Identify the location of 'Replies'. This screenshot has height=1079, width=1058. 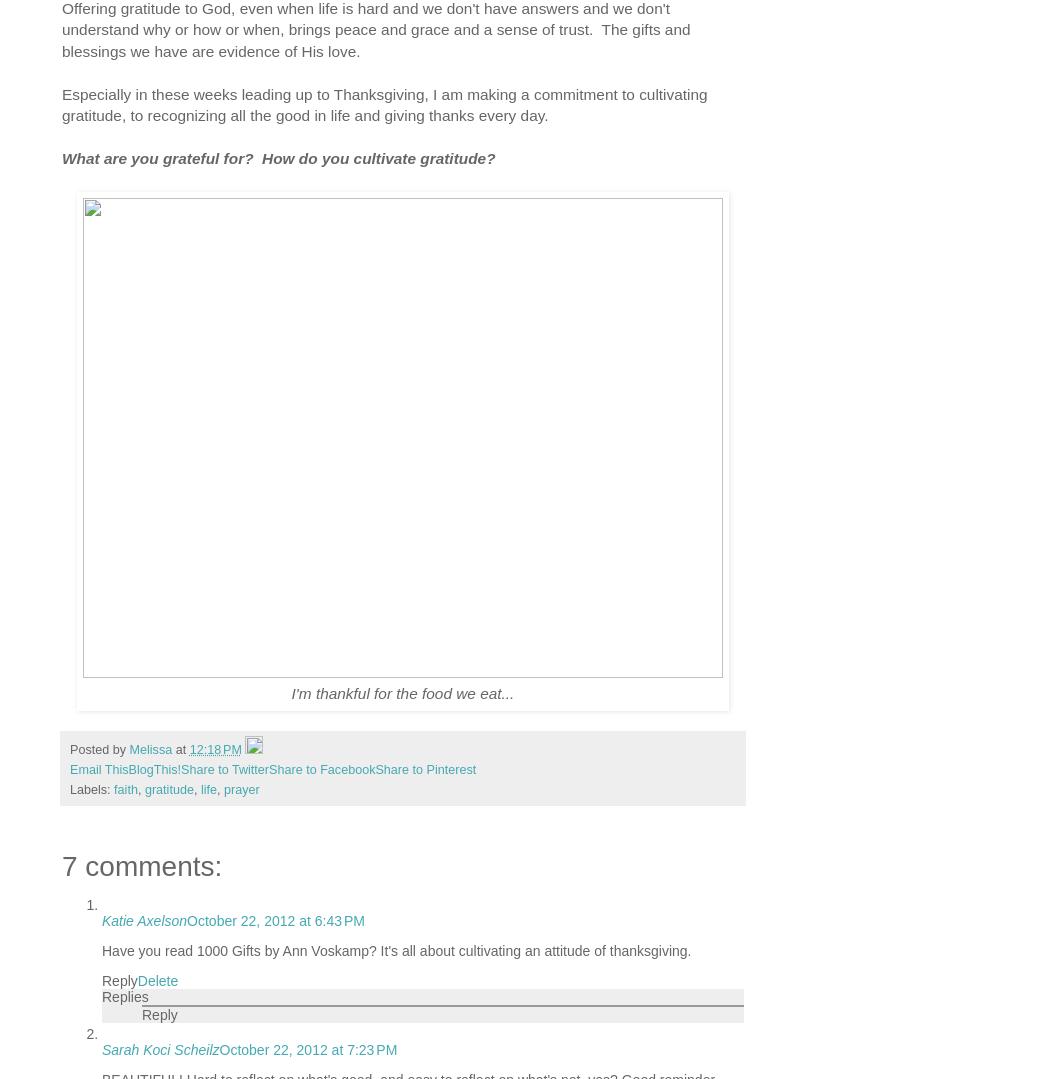
(100, 996).